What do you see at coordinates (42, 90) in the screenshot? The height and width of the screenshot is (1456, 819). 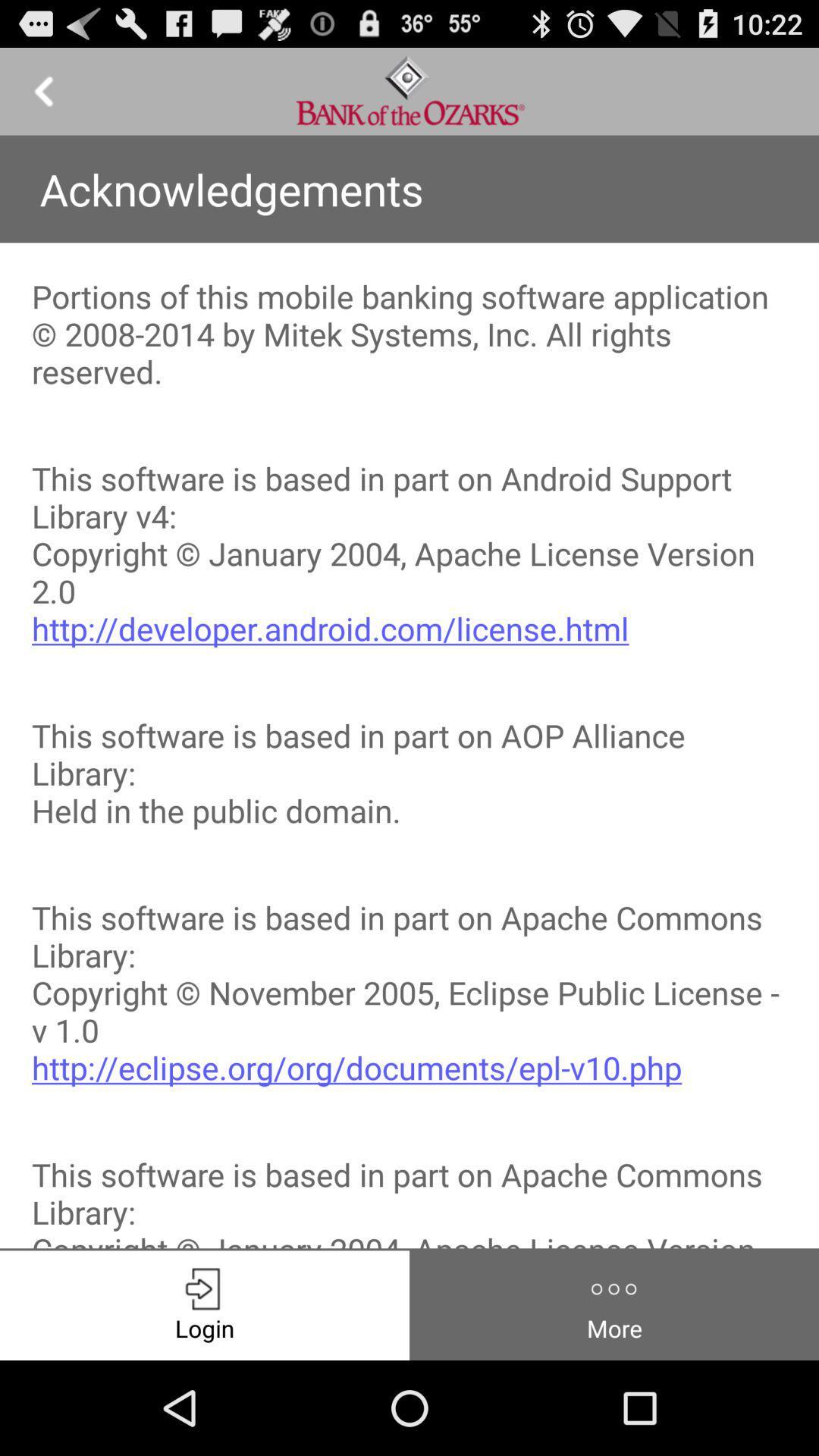 I see `return to the previous page` at bounding box center [42, 90].